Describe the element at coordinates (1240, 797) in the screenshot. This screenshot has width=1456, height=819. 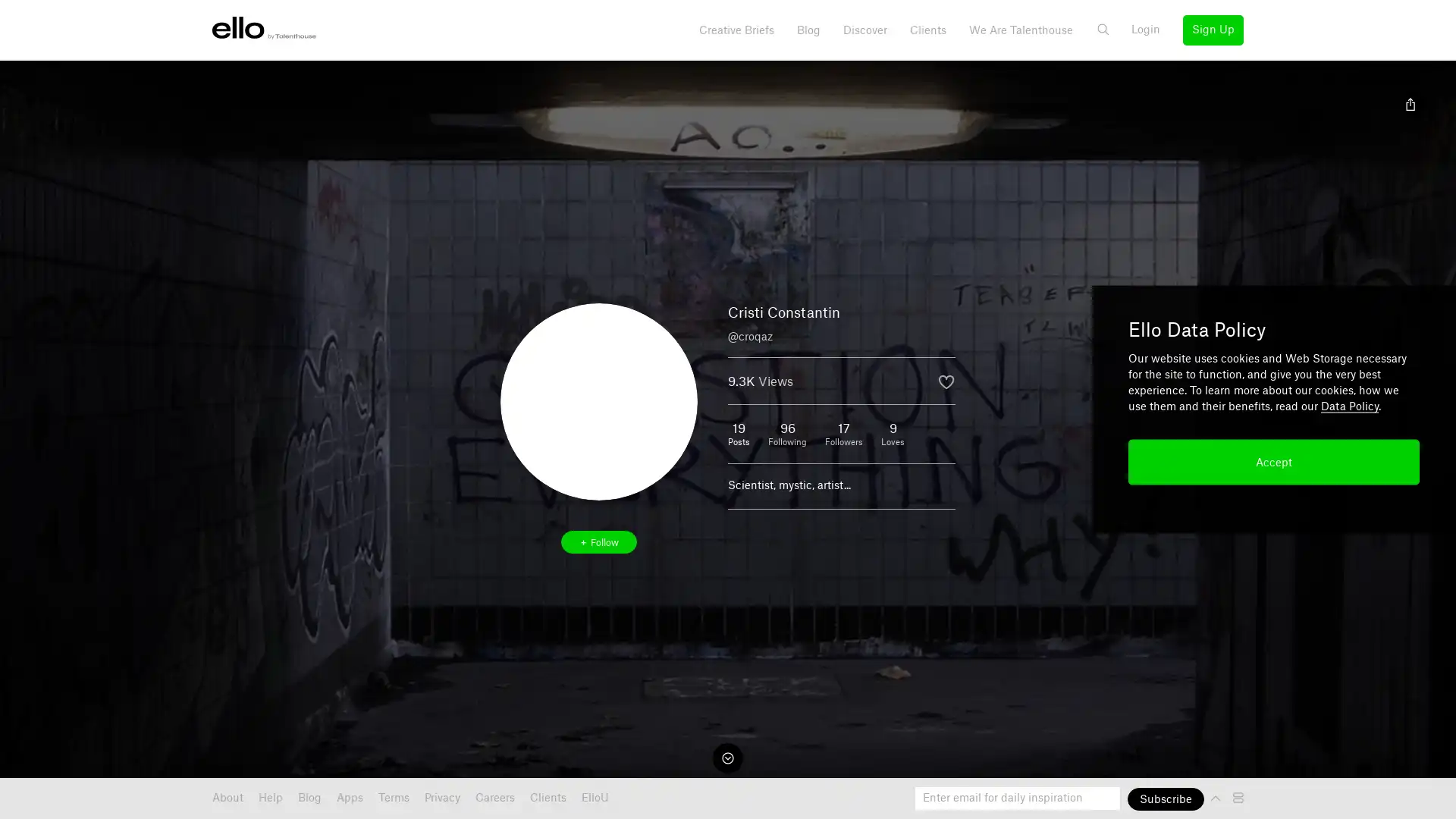
I see `List View` at that location.